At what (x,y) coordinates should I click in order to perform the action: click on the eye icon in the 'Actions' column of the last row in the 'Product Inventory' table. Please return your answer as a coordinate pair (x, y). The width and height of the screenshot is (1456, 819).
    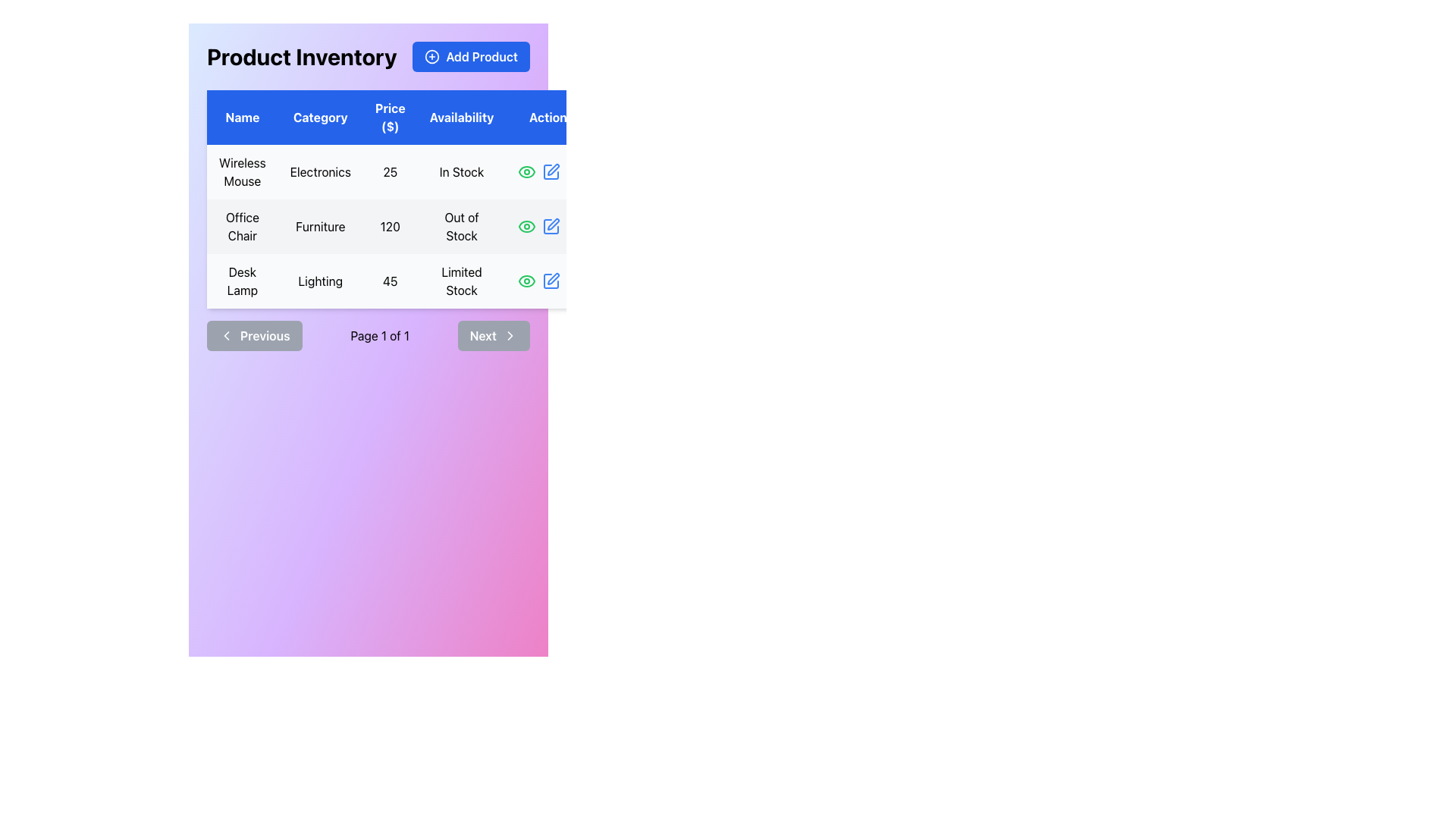
    Looking at the image, I should click on (527, 281).